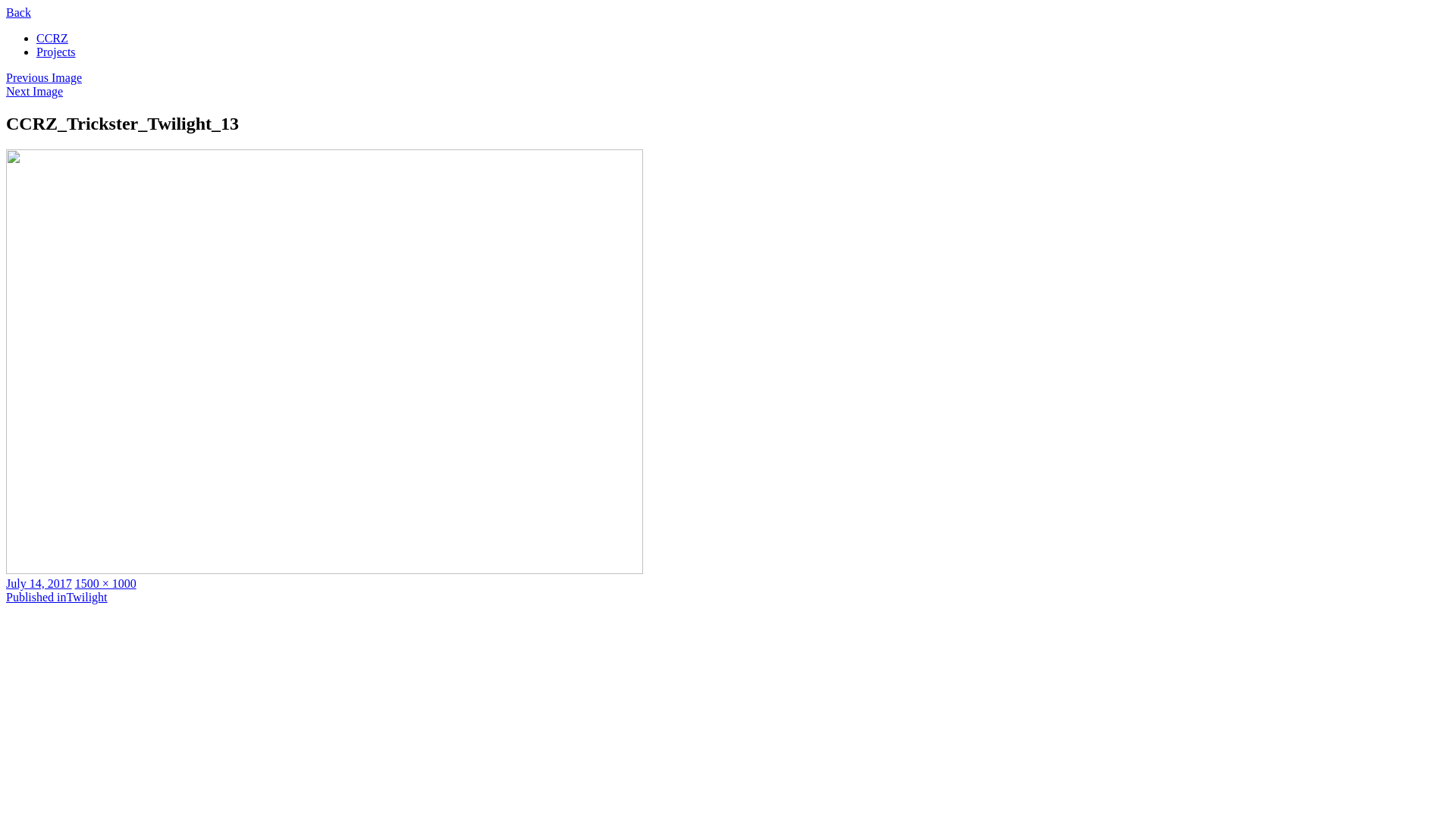  What do you see at coordinates (55, 51) in the screenshot?
I see `'Projects'` at bounding box center [55, 51].